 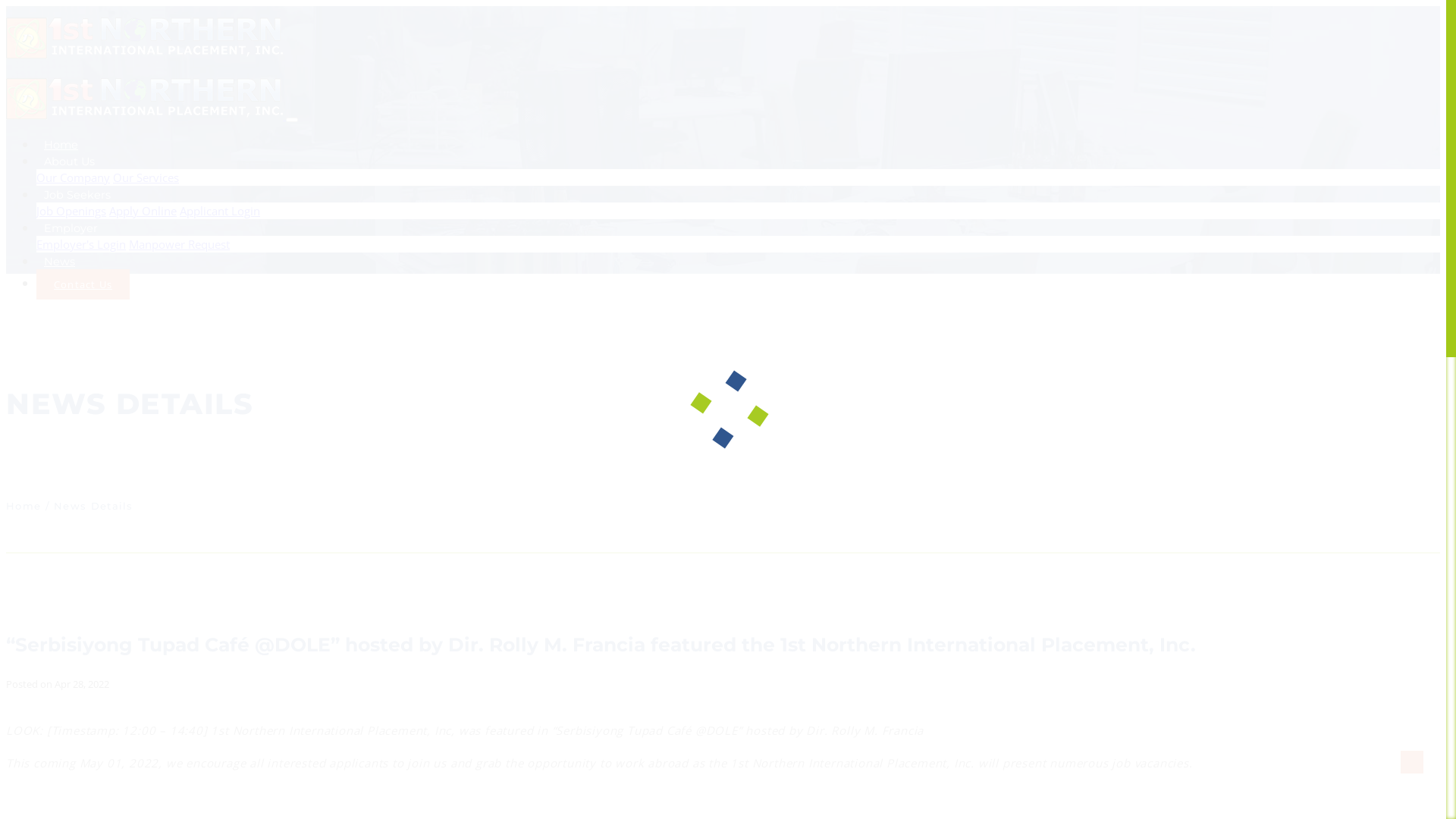 I want to click on 'Apply Online', so click(x=143, y=211).